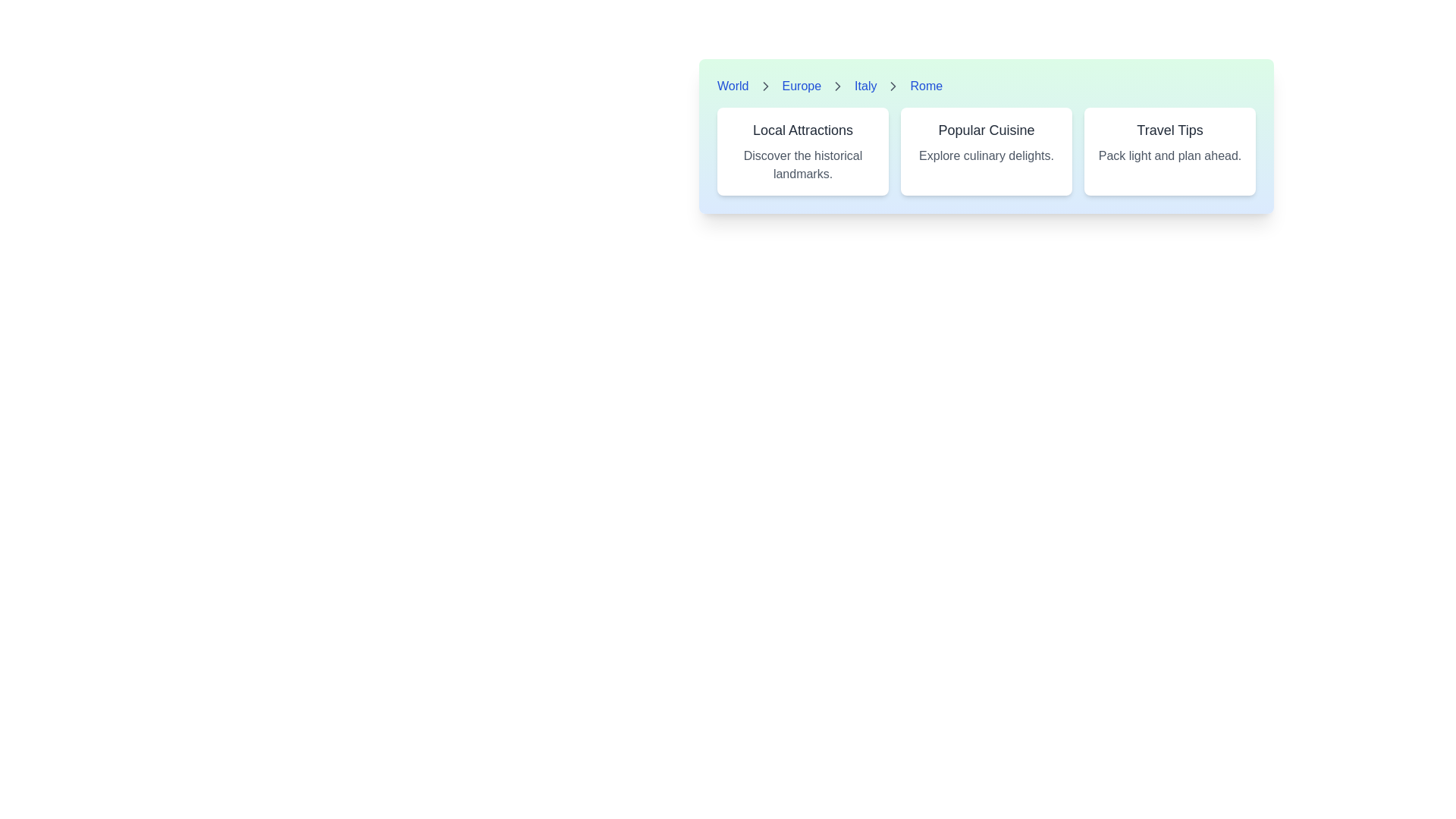  Describe the element at coordinates (925, 86) in the screenshot. I see `the hyperlinked text 'Rome' in the breadcrumb navigation` at that location.